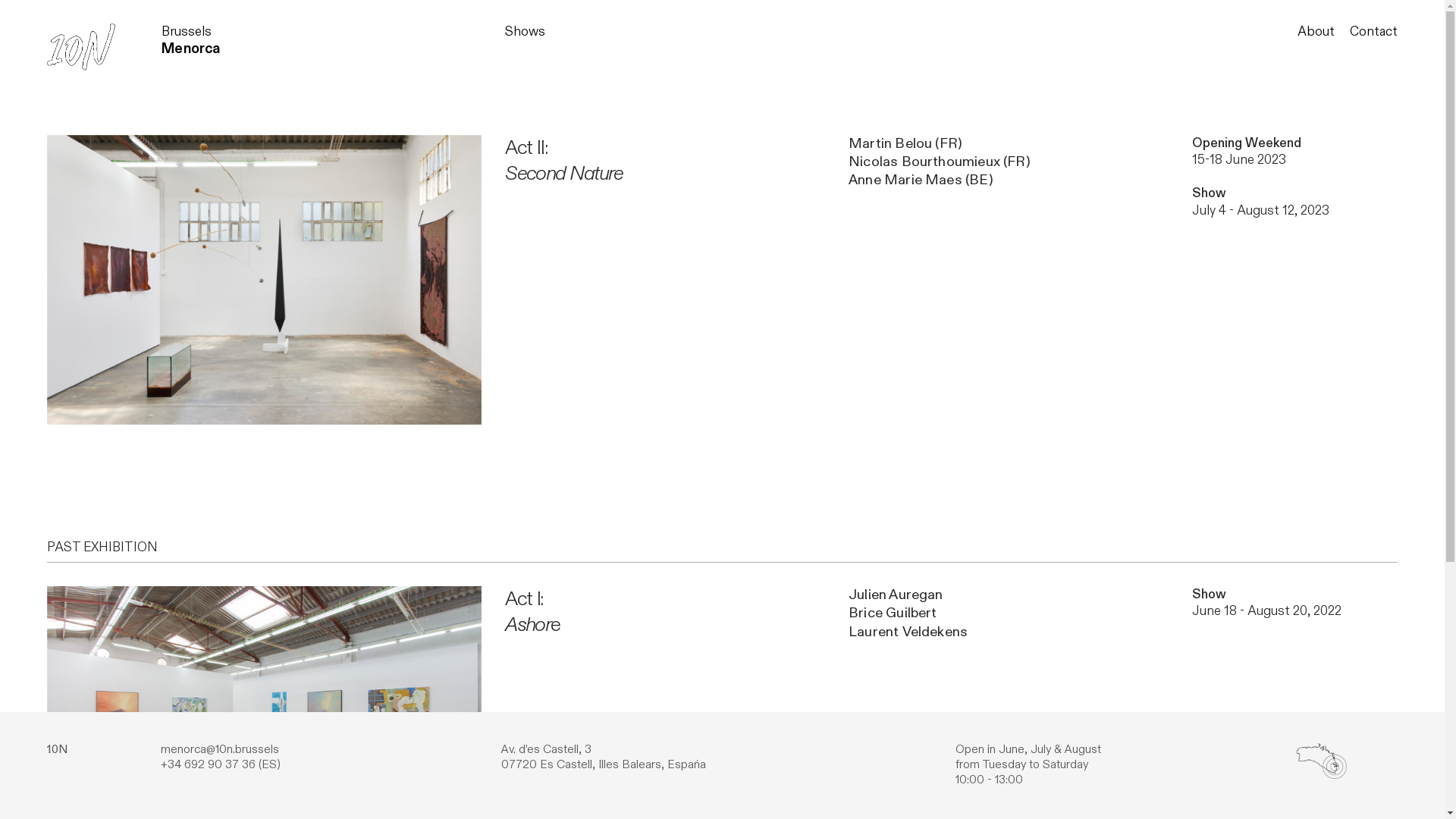  I want to click on 'Act I:, so click(528, 610).